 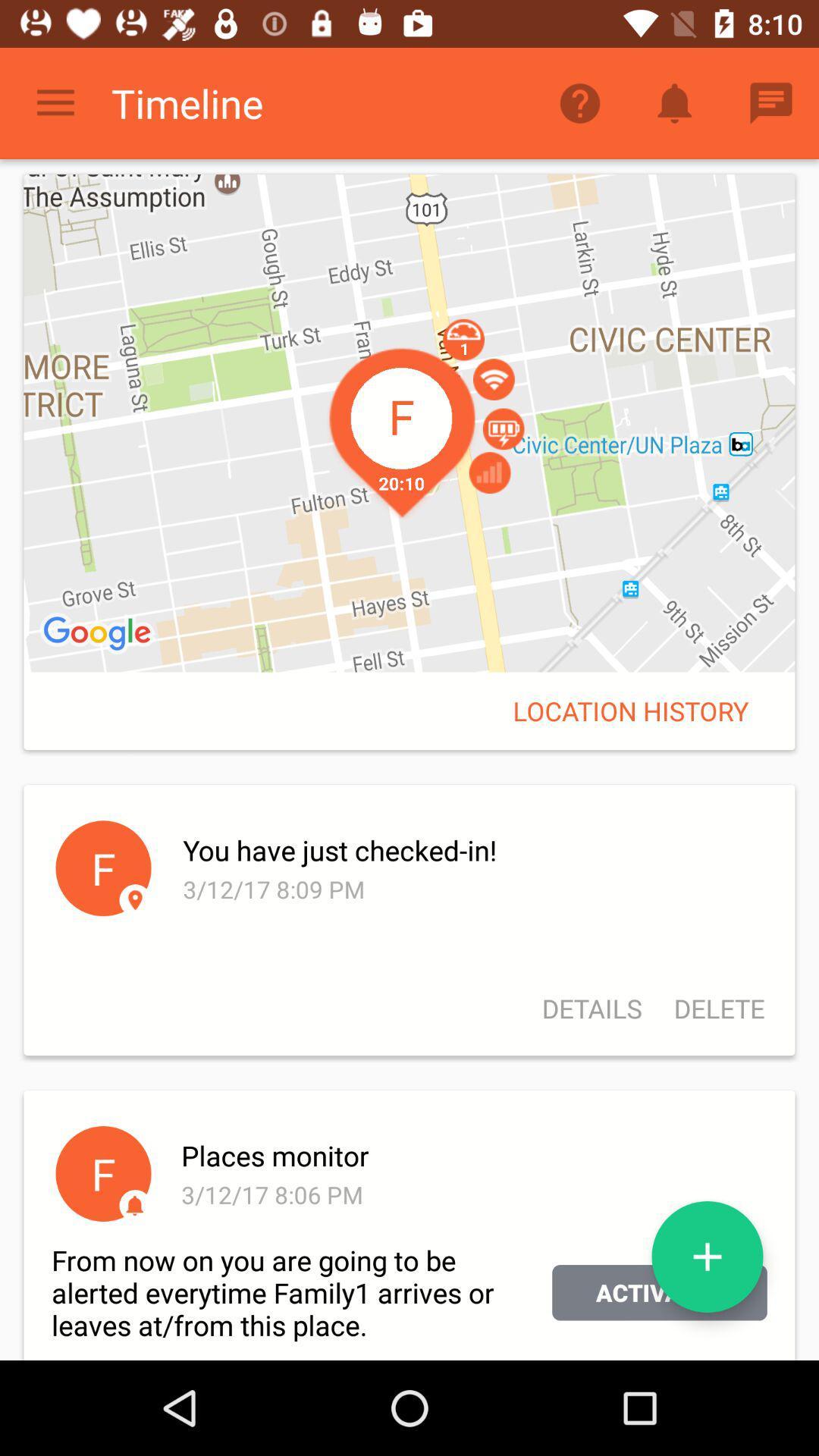 What do you see at coordinates (471, 1154) in the screenshot?
I see `the places monitor` at bounding box center [471, 1154].